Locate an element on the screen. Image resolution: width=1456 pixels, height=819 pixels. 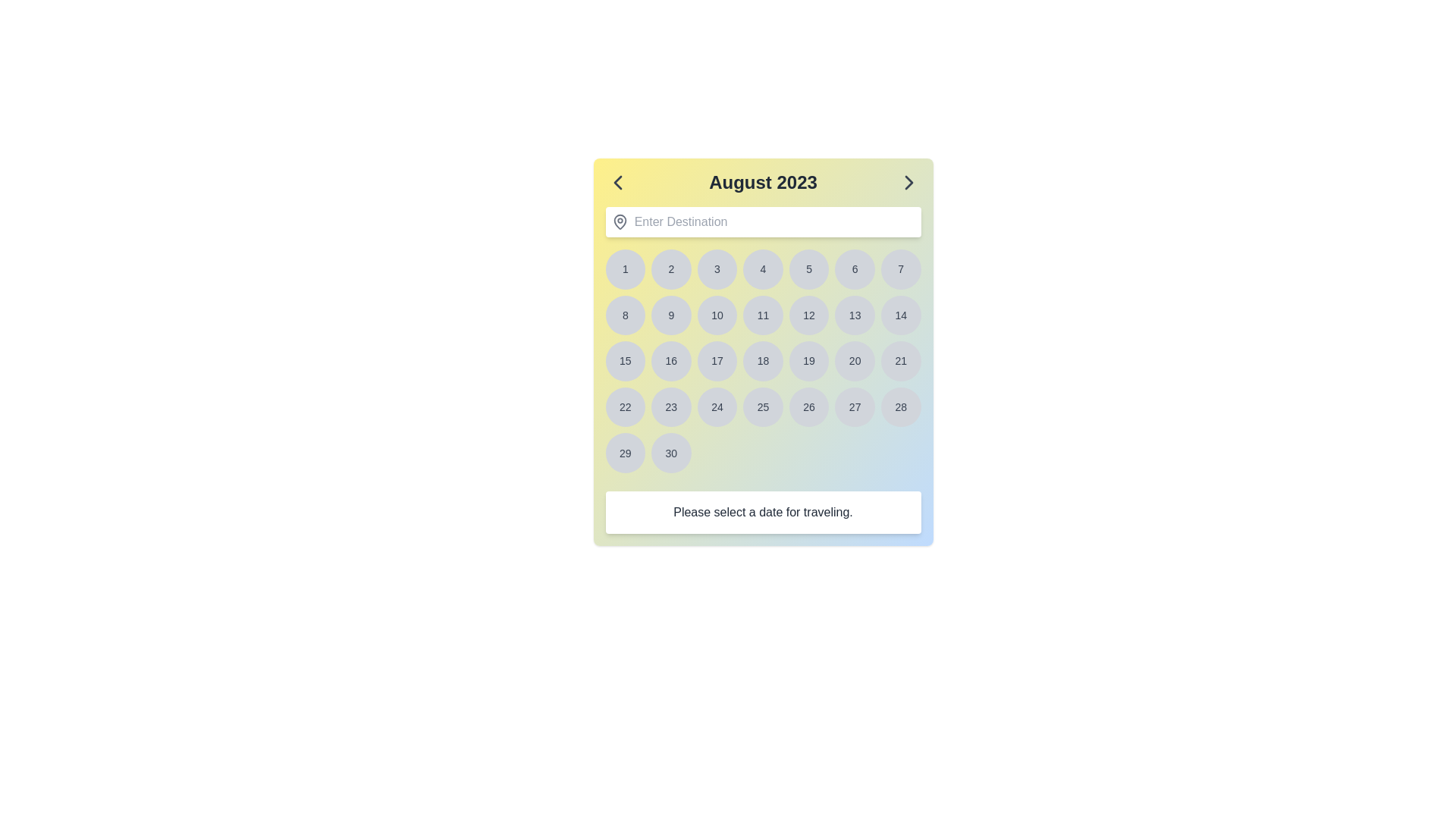
the circular button labeled '6' in the calendar layout for August 2023 is located at coordinates (855, 268).